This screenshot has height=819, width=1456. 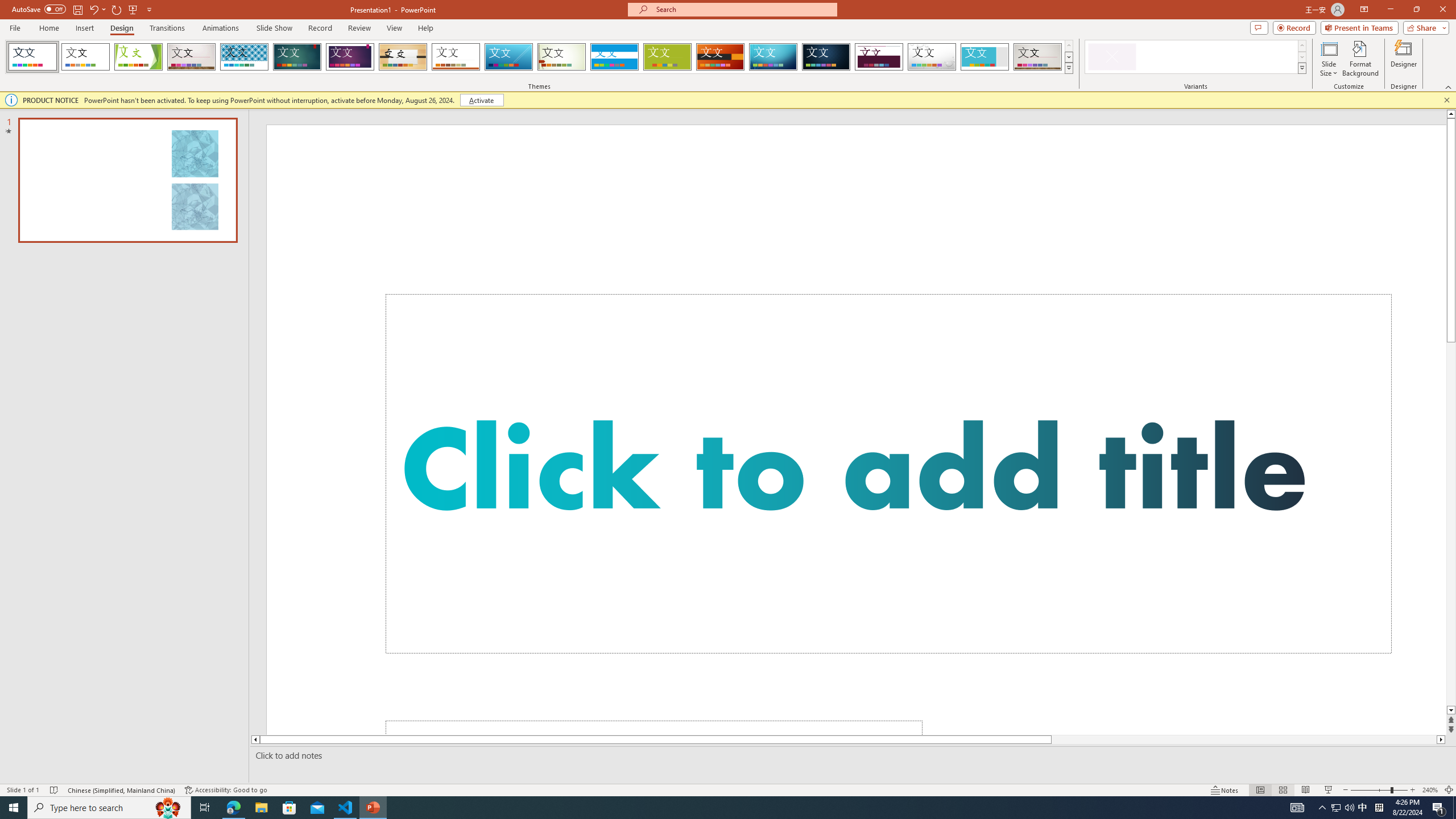 I want to click on 'Slide Notes', so click(x=850, y=755).